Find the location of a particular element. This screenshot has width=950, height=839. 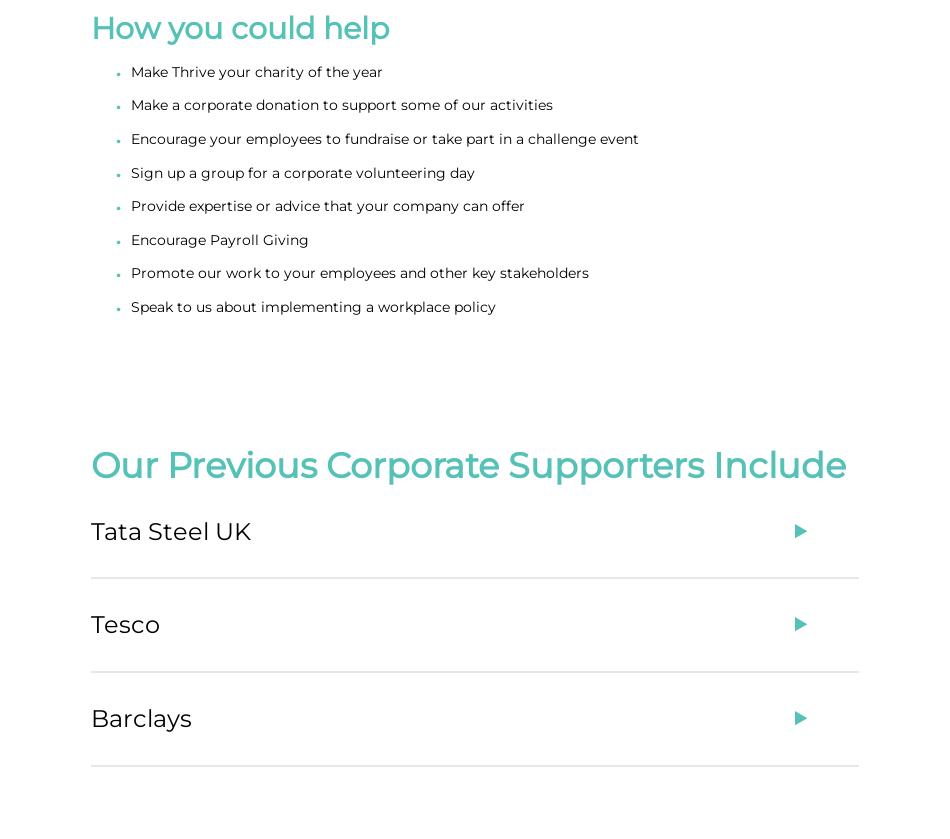

'Encourage Payroll Giving' is located at coordinates (220, 239).